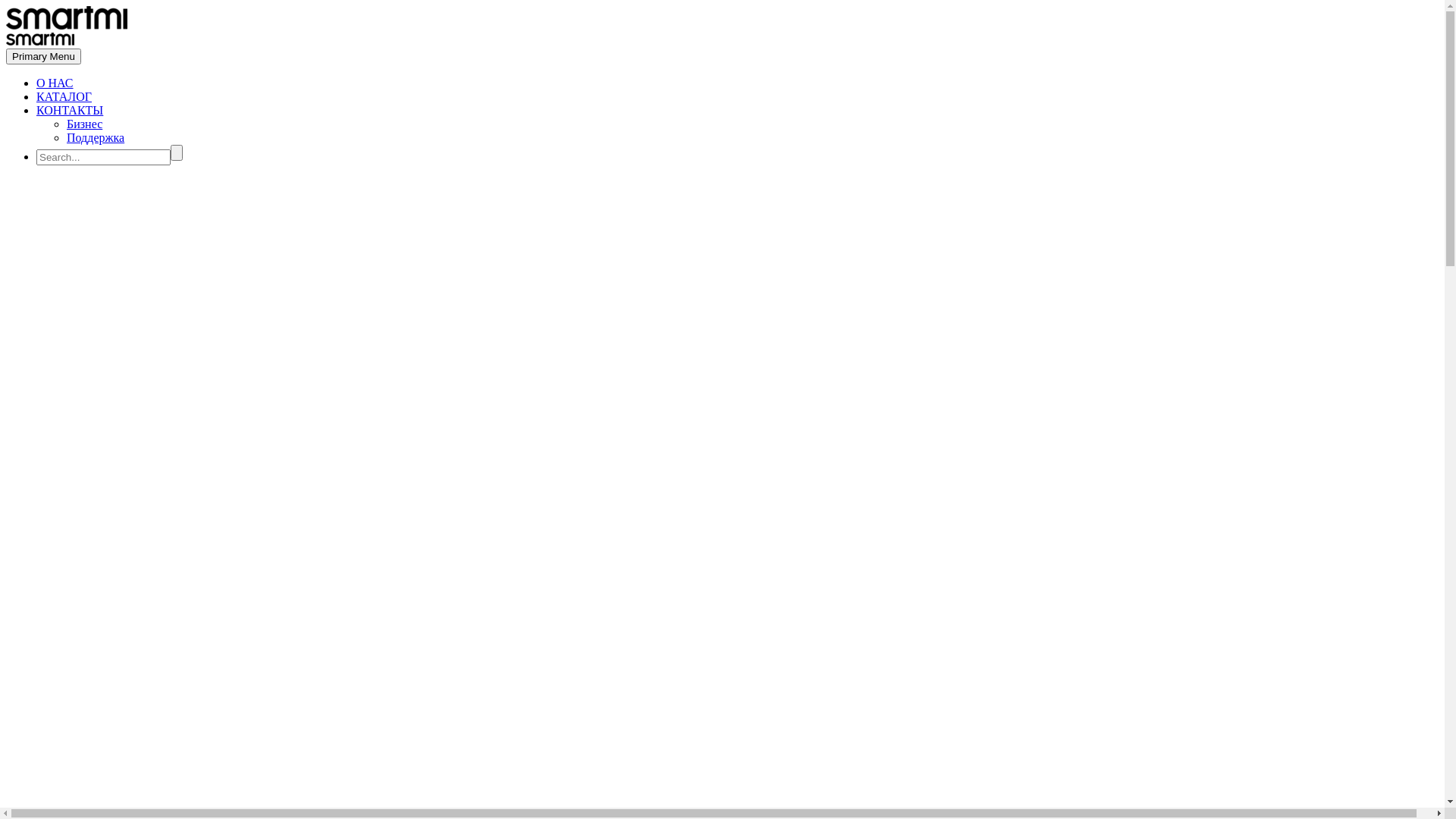 This screenshot has width=1456, height=819. I want to click on 'Primary Menu', so click(6, 55).